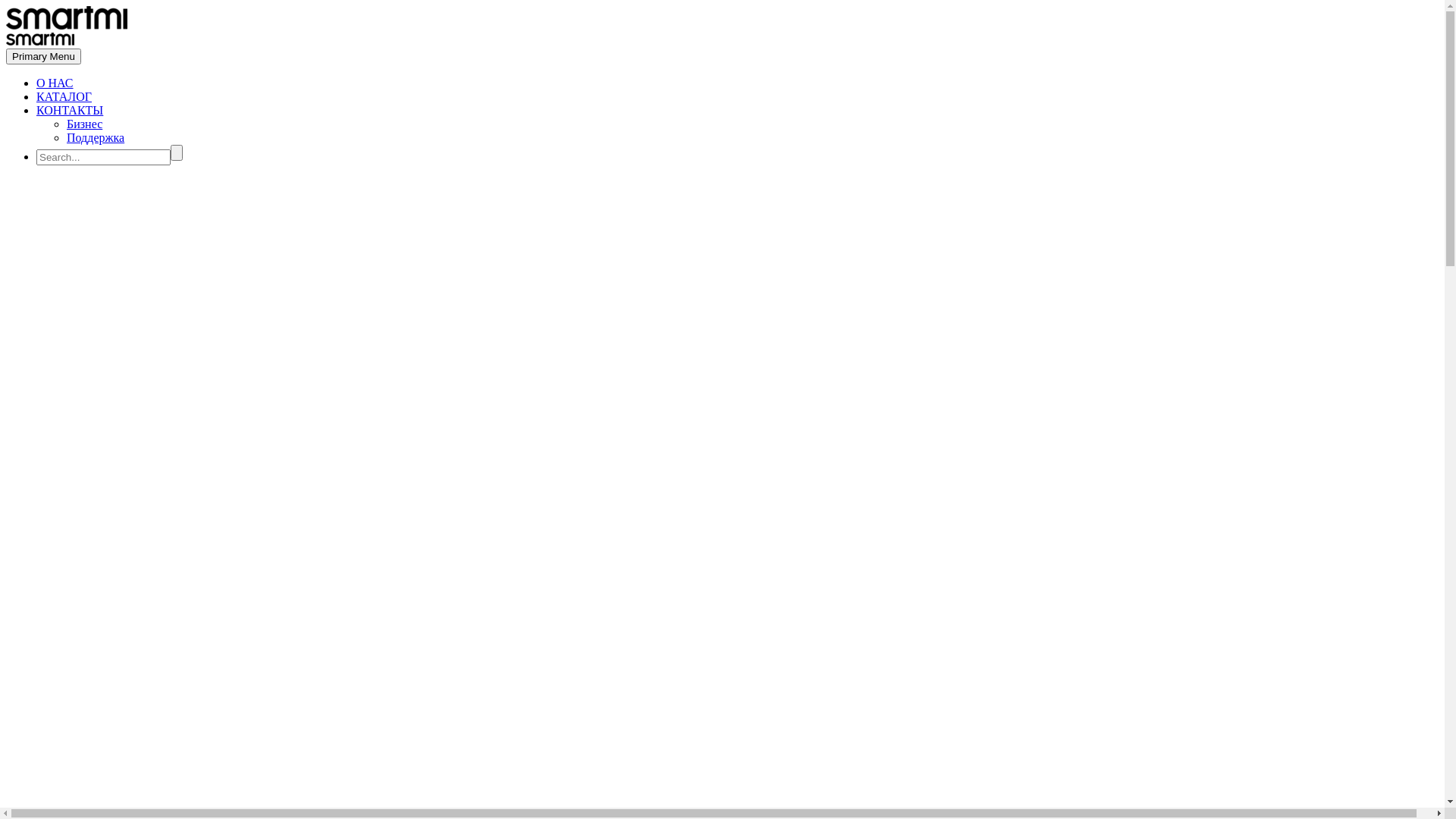 This screenshot has width=1456, height=819. I want to click on 'Primary Menu', so click(6, 55).